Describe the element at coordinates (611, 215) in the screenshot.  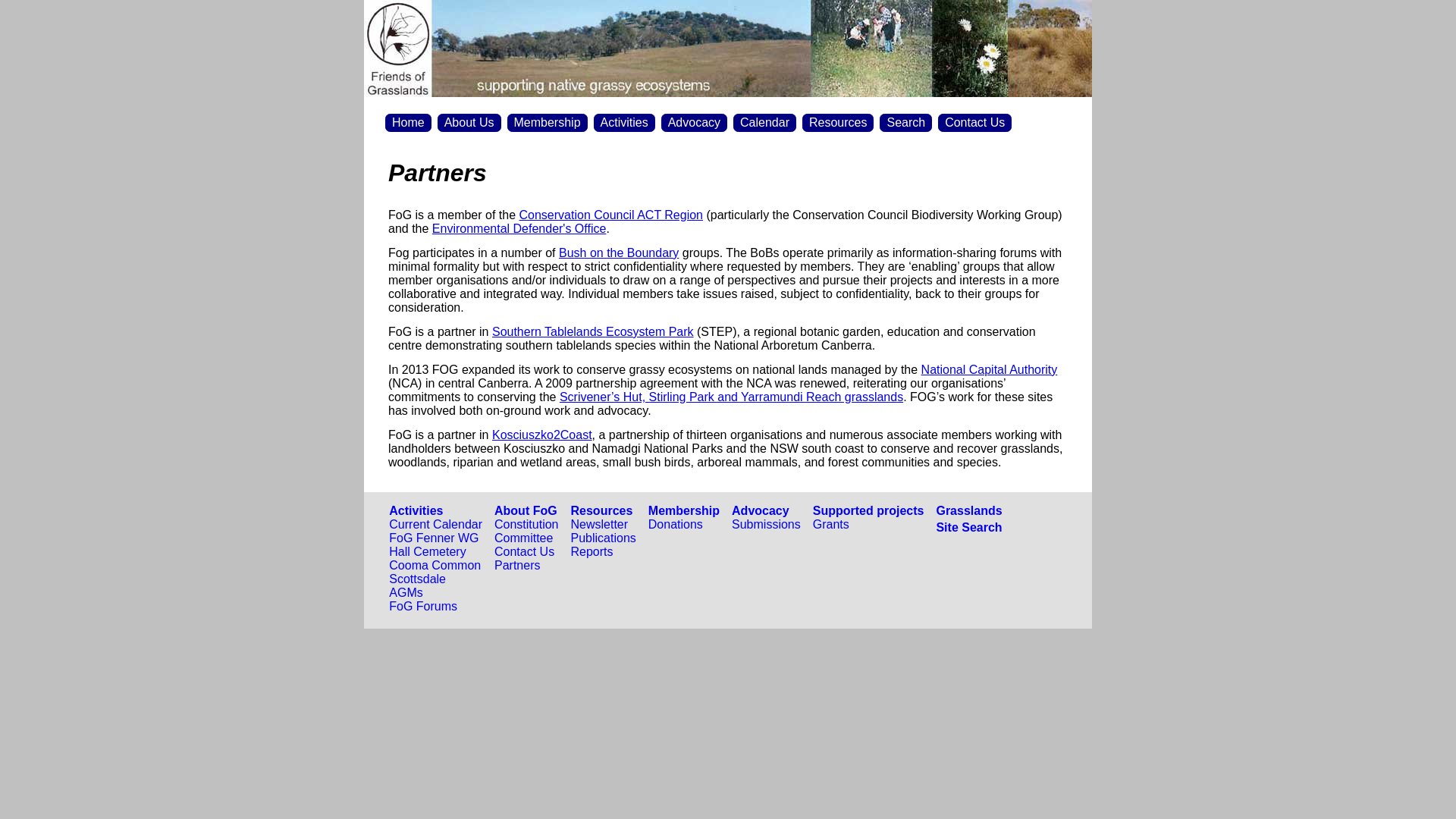
I see `'Conservation Council ACT Region'` at that location.